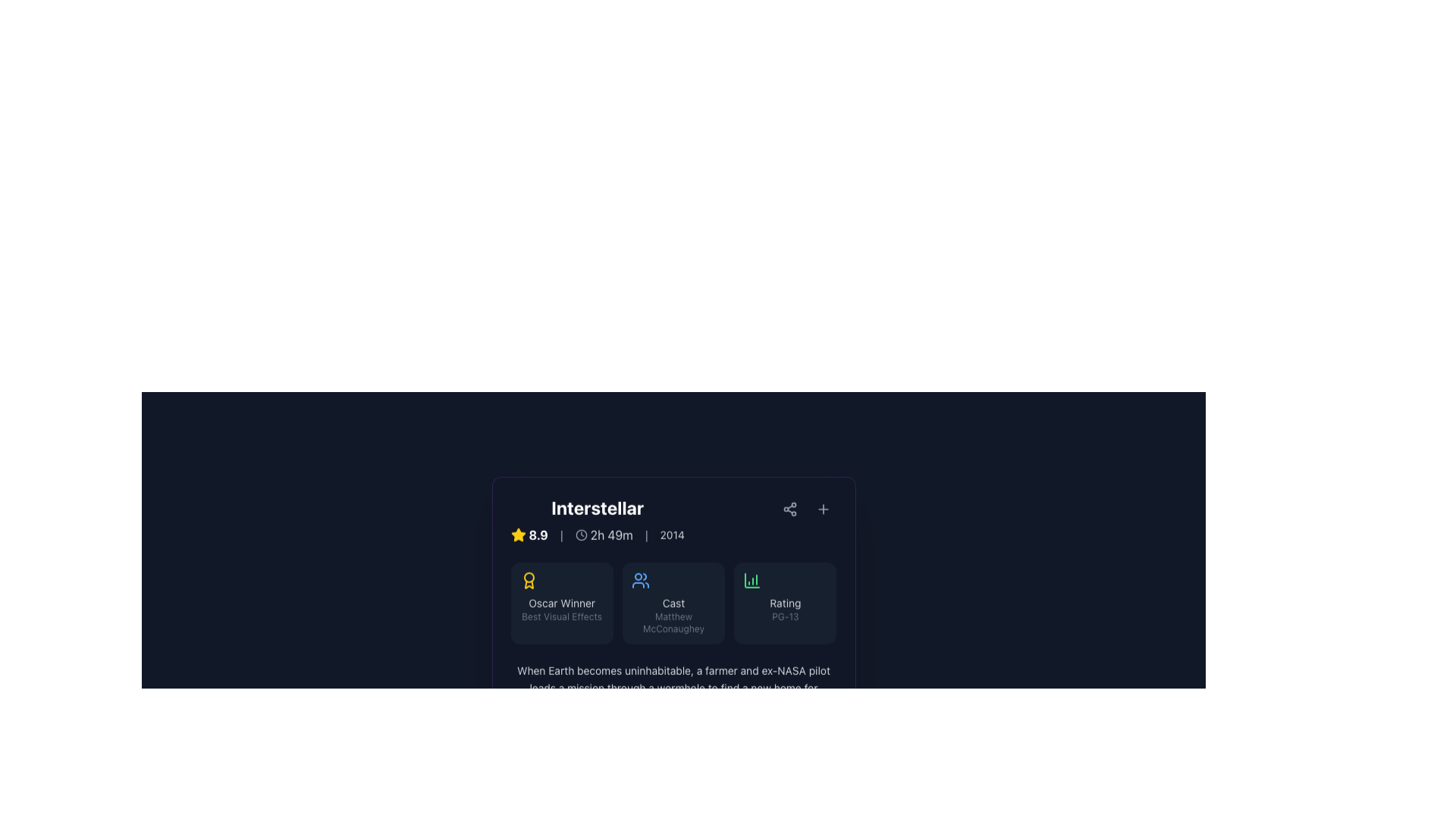 The height and width of the screenshot is (819, 1456). Describe the element at coordinates (580, 534) in the screenshot. I see `the time indicator icon located to the left of the text '2h 49m', which follows the rating '8.9' with a star icon` at that location.